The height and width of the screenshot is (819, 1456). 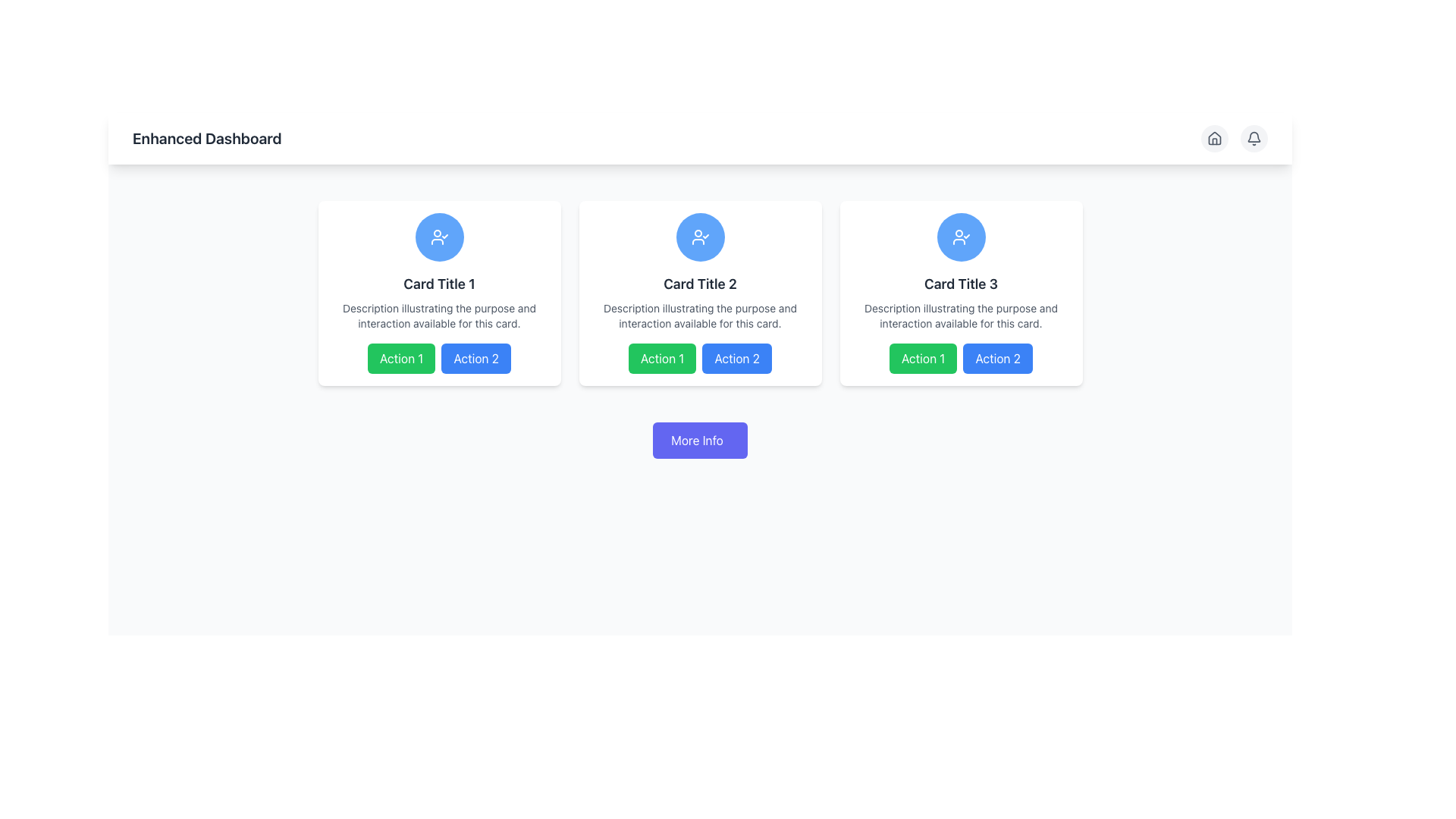 I want to click on the SVG graphic of a user icon with a checkmark, which is located in the rightmost card titled 'Card Title 3', so click(x=699, y=237).